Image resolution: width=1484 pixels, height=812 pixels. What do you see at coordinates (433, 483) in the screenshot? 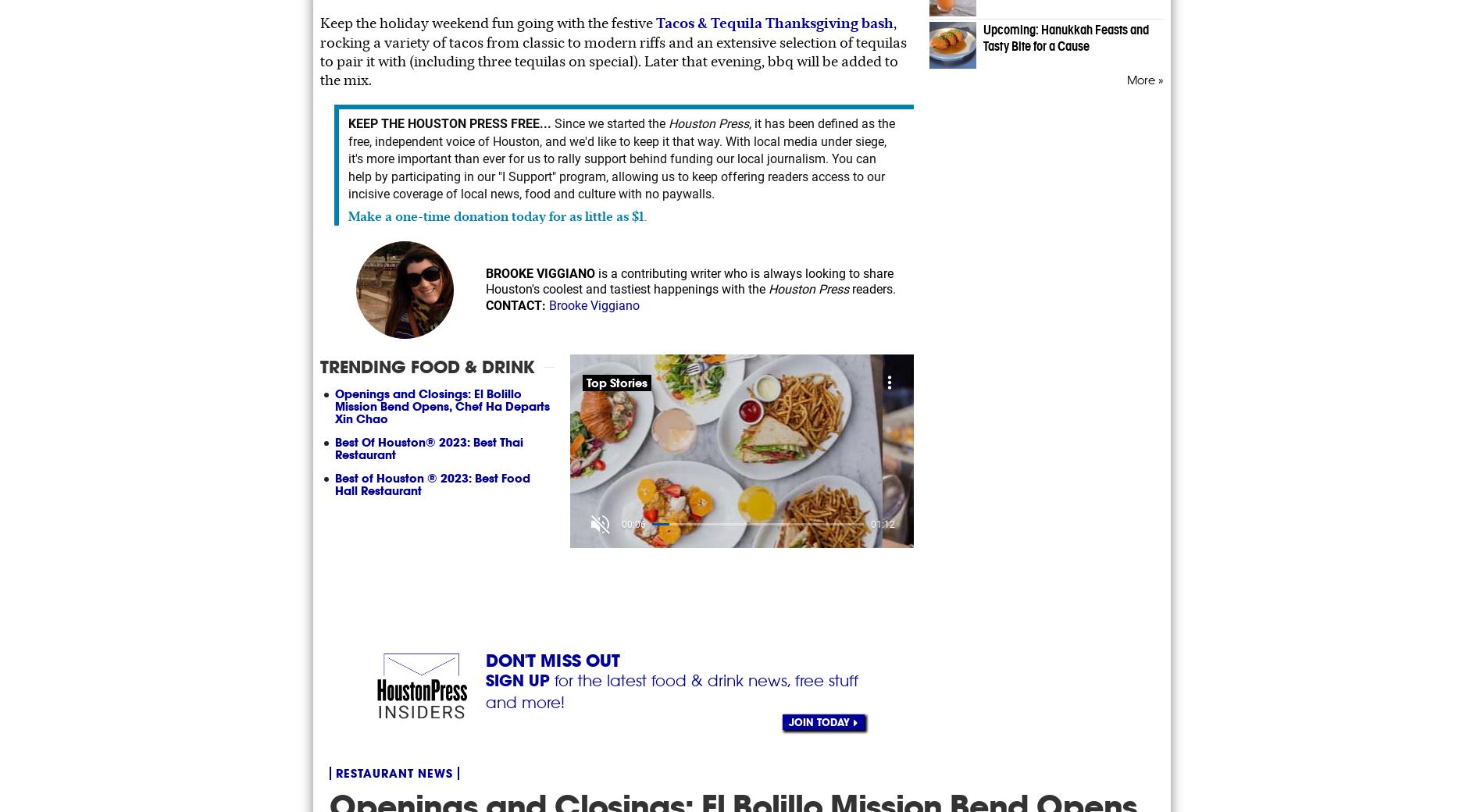
I see `'Best of Houston ® 2023: Best Food Hall Restaurant'` at bounding box center [433, 483].